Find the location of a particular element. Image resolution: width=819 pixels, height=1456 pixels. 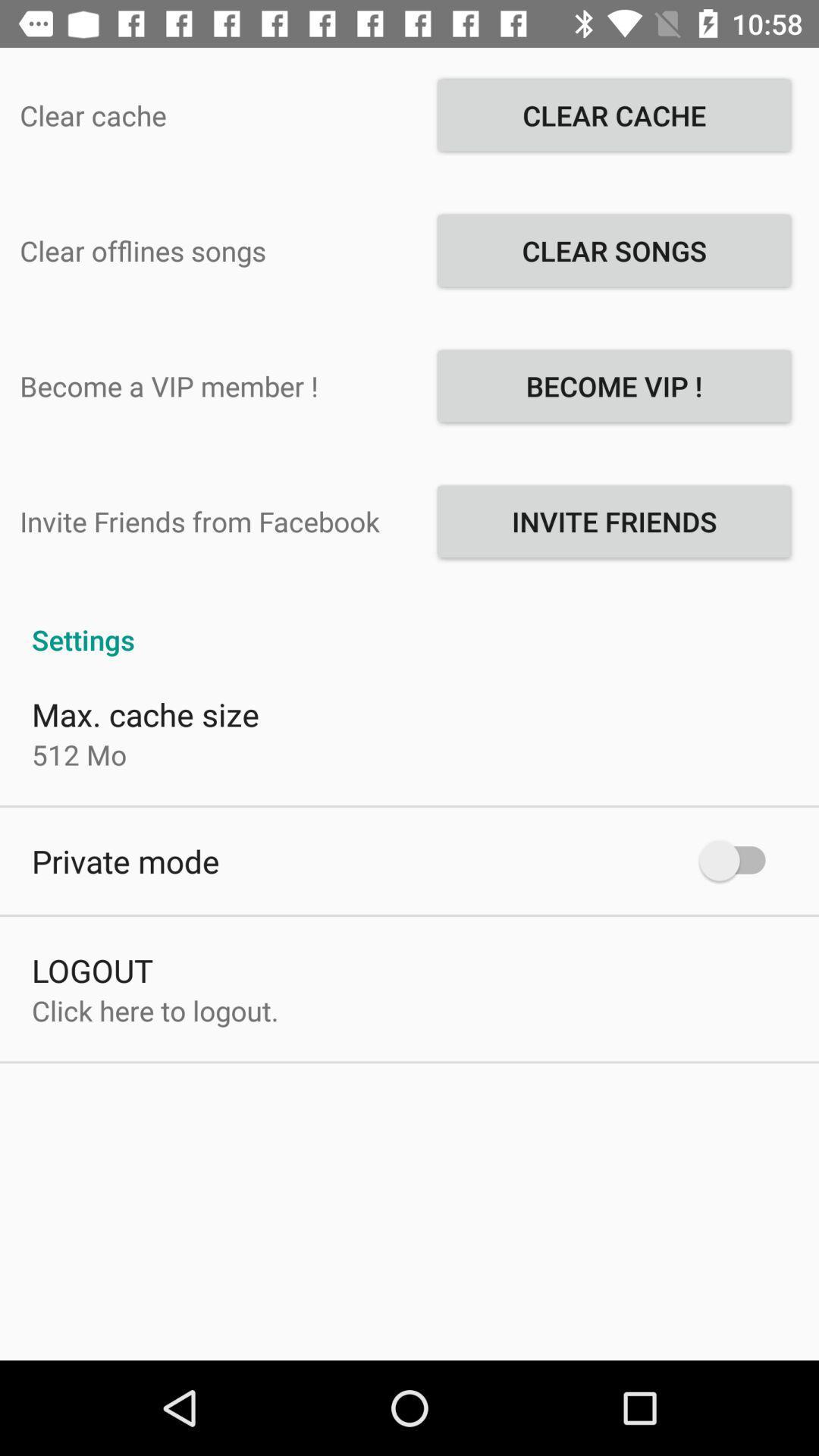

the app above logout app is located at coordinates (124, 861).